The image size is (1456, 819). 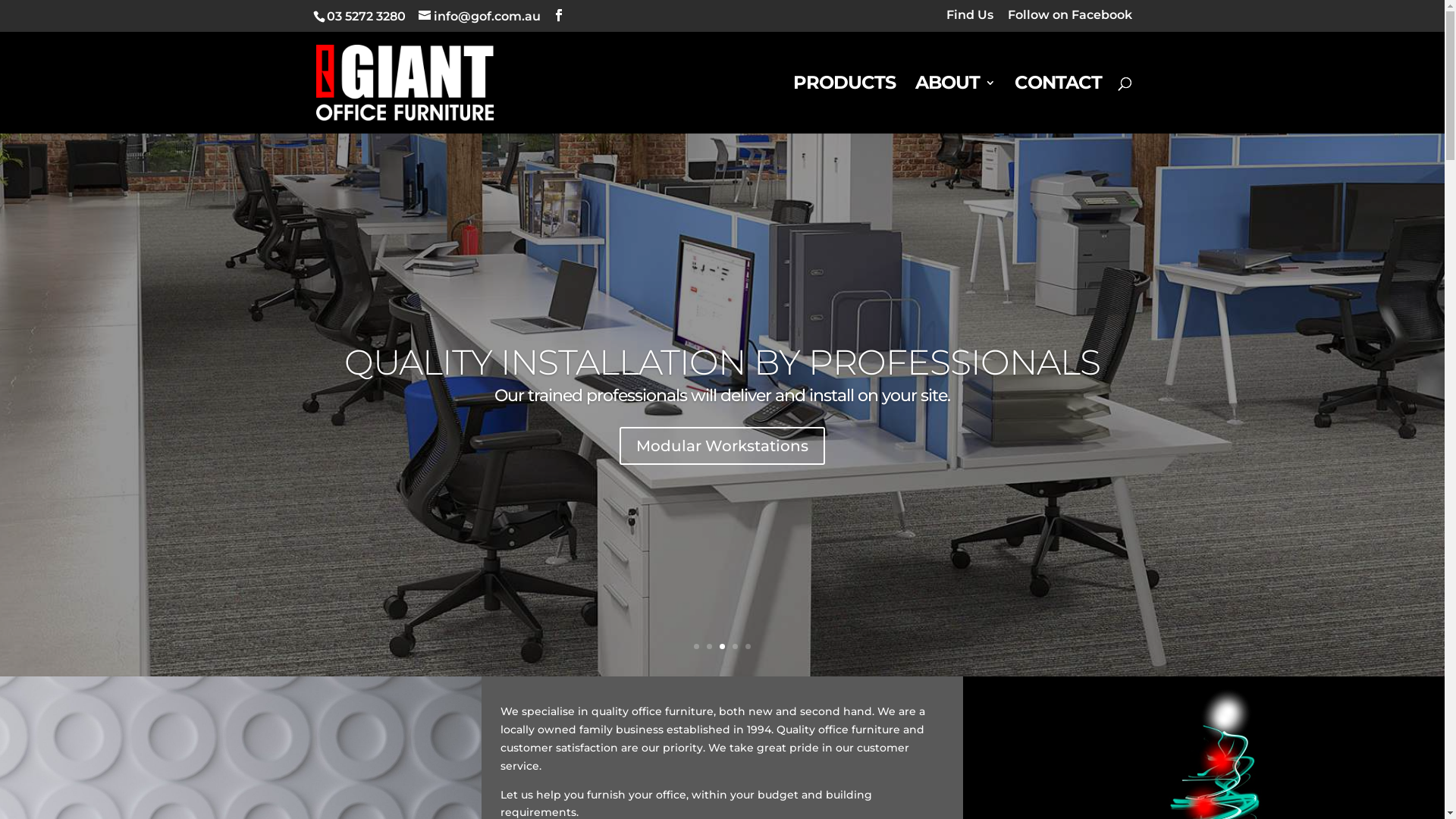 What do you see at coordinates (695, 646) in the screenshot?
I see `'1'` at bounding box center [695, 646].